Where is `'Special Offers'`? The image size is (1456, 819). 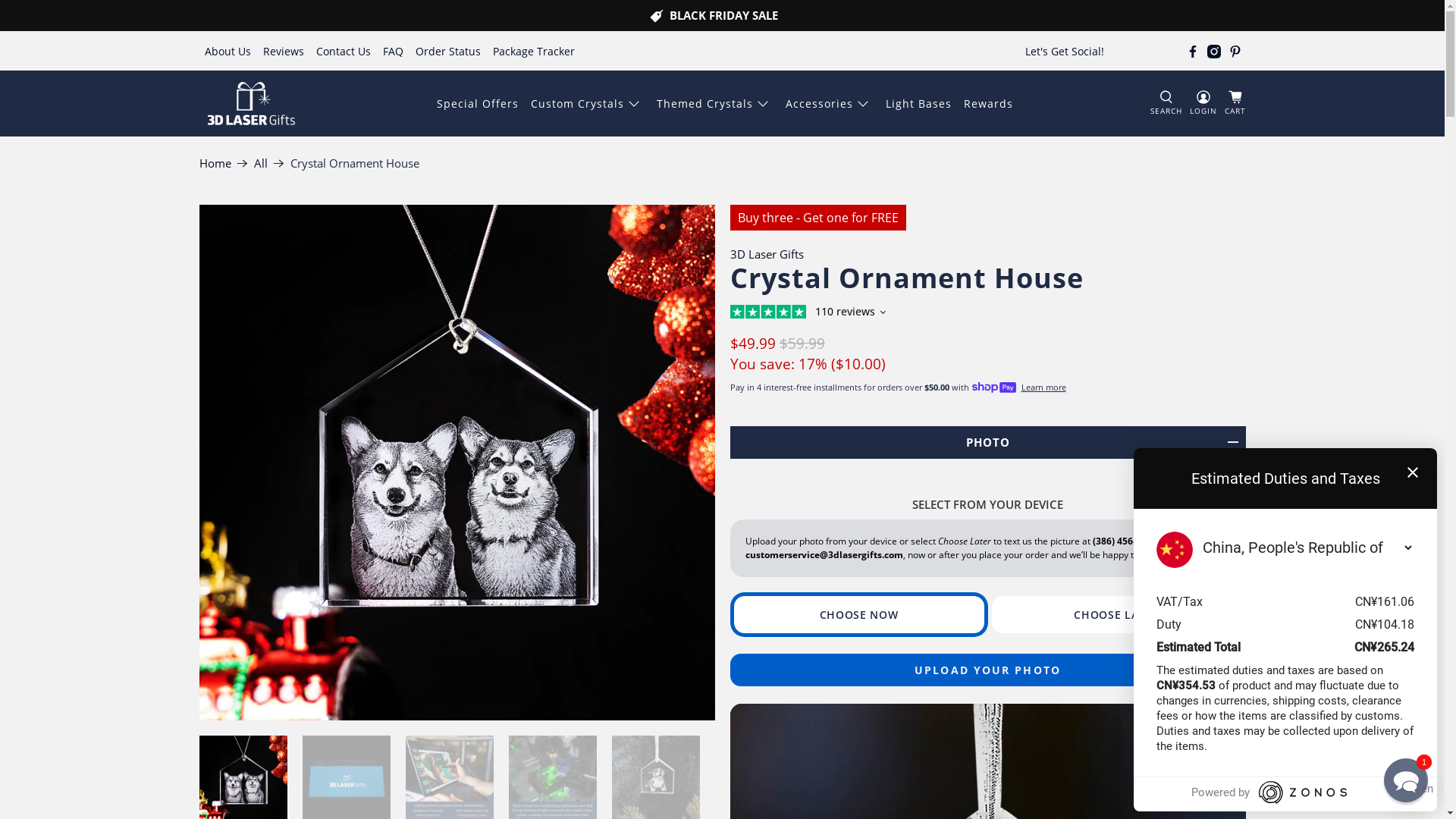 'Special Offers' is located at coordinates (476, 102).